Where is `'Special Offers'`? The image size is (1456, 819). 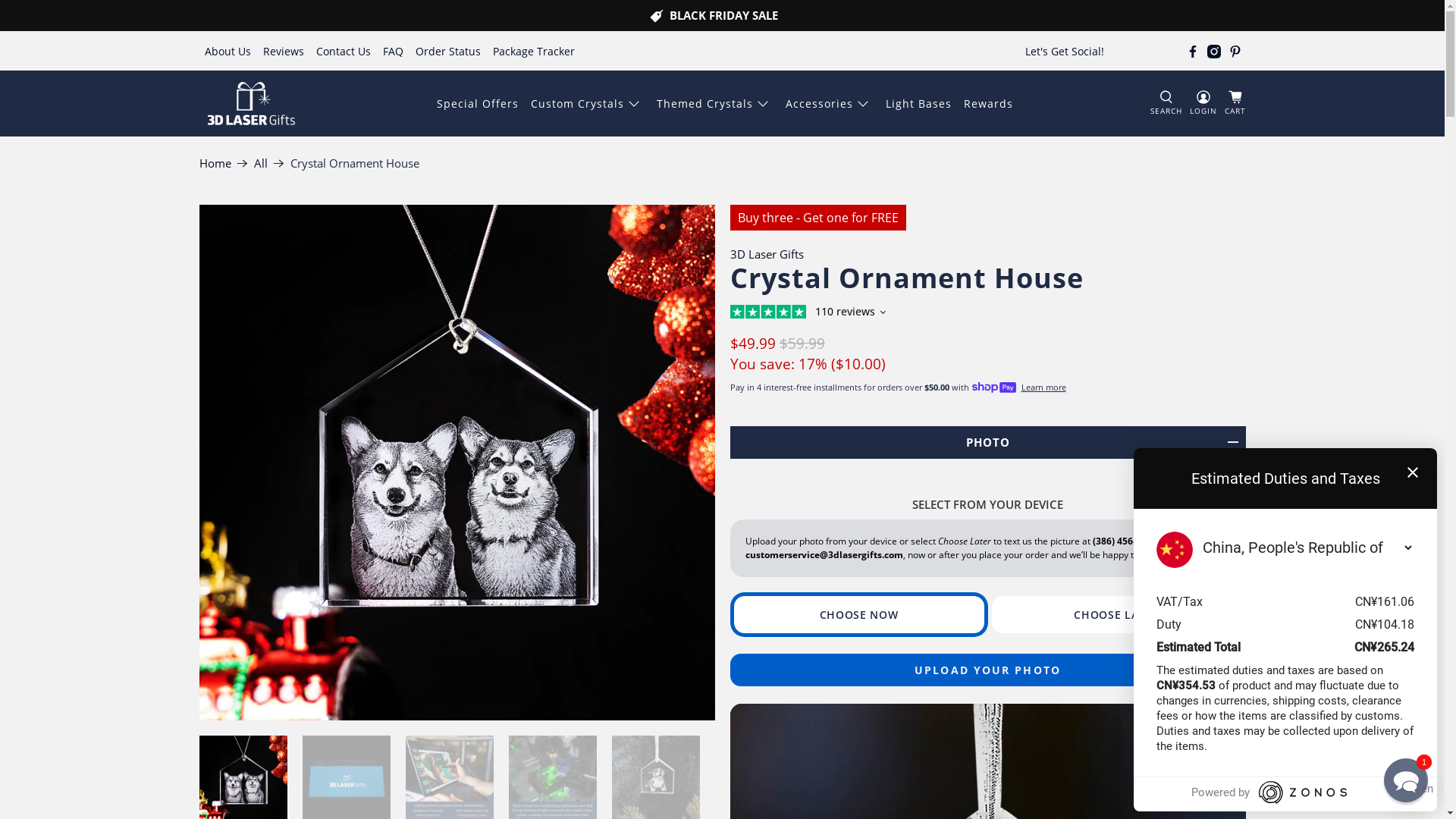 'Special Offers' is located at coordinates (476, 102).